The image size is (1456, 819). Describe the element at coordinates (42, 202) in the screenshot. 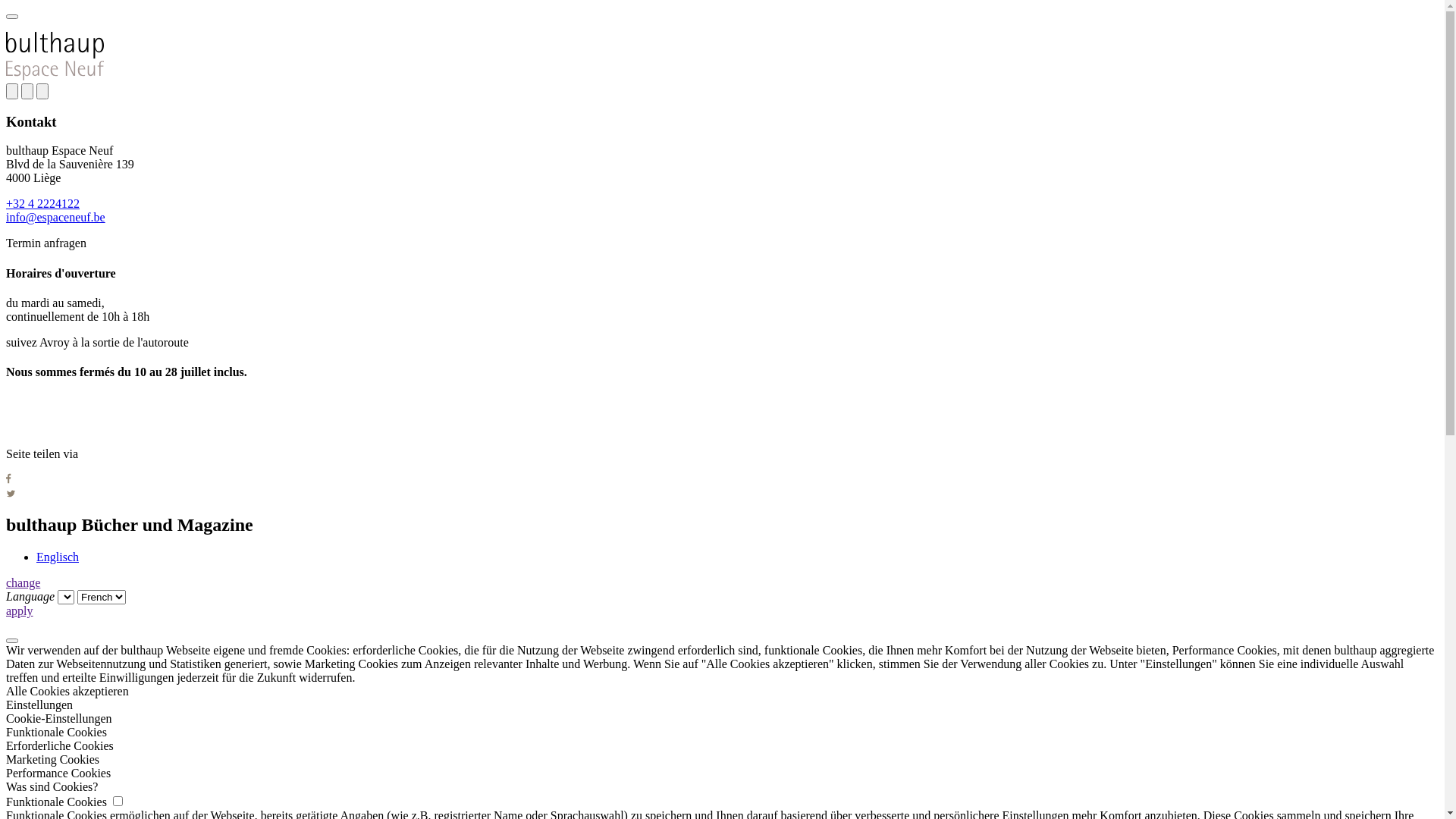

I see `'+32 4 2224122'` at that location.